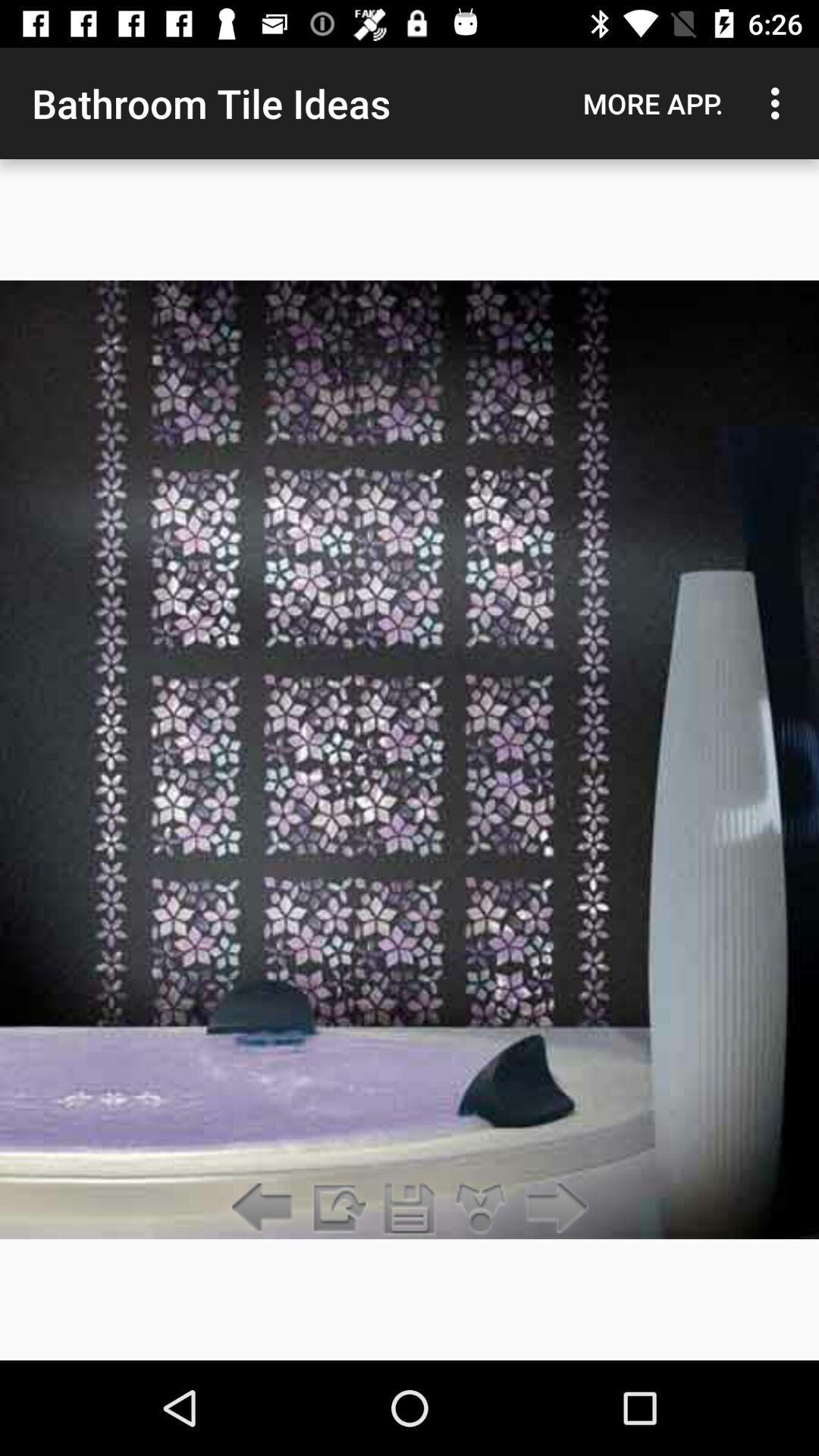 This screenshot has width=819, height=1456. I want to click on the launch icon, so click(337, 1208).